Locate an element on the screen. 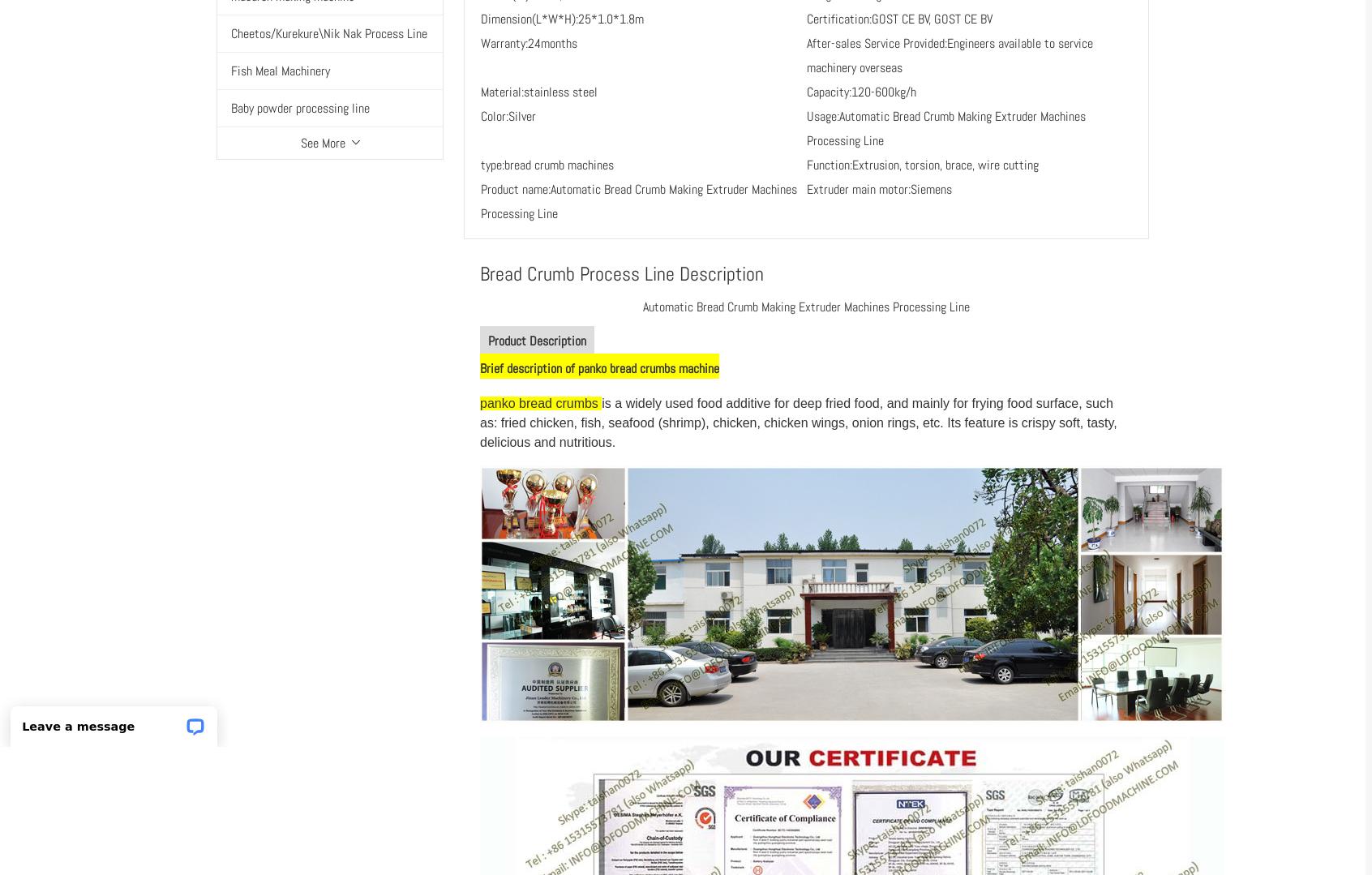 This screenshot has width=1372, height=875. 'Fish Meal Machinery' is located at coordinates (280, 70).